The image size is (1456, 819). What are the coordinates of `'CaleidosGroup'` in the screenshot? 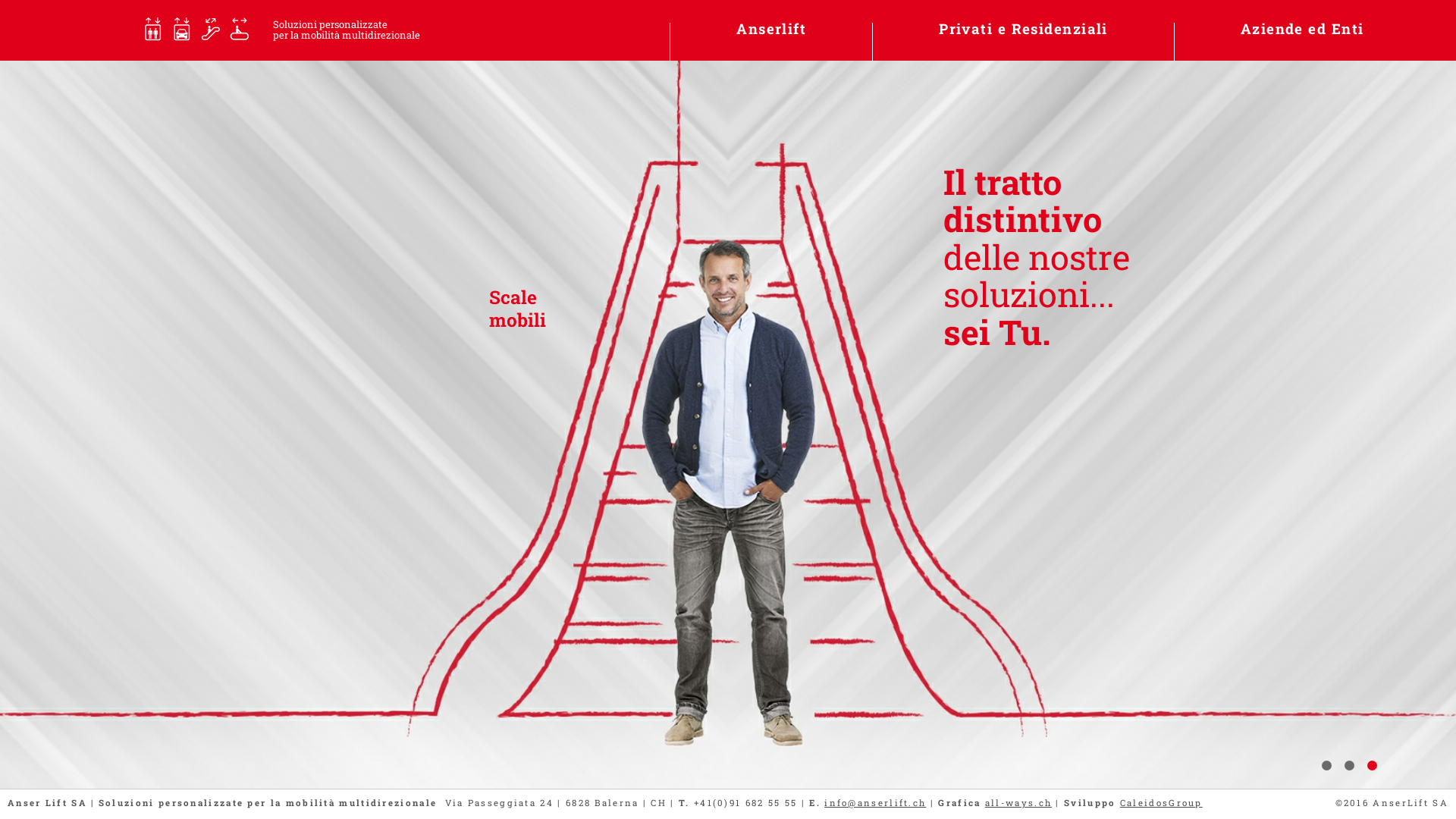 It's located at (1160, 802).